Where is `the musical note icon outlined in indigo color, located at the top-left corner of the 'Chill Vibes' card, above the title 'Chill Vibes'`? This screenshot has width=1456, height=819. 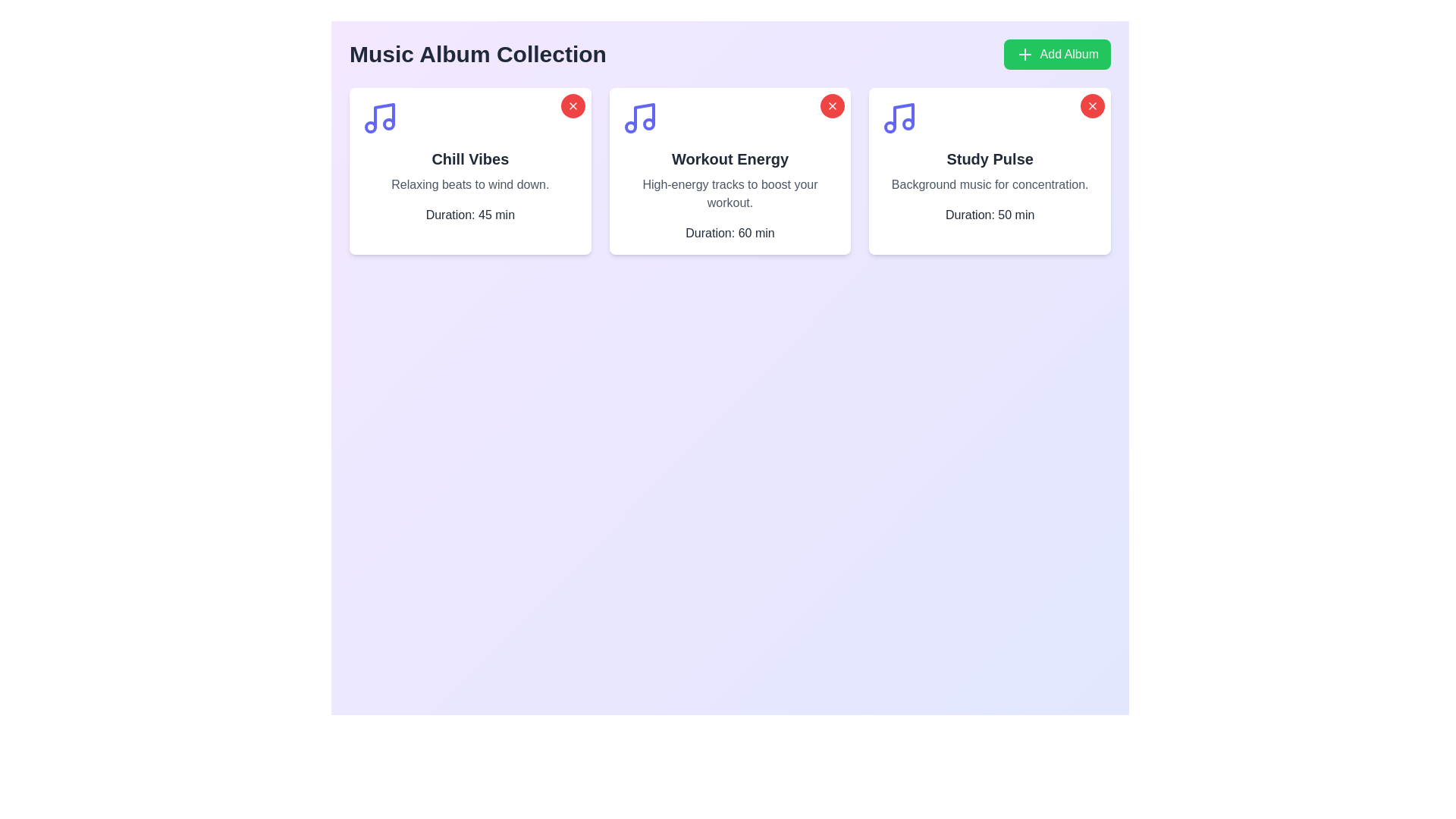 the musical note icon outlined in indigo color, located at the top-left corner of the 'Chill Vibes' card, above the title 'Chill Vibes' is located at coordinates (379, 117).